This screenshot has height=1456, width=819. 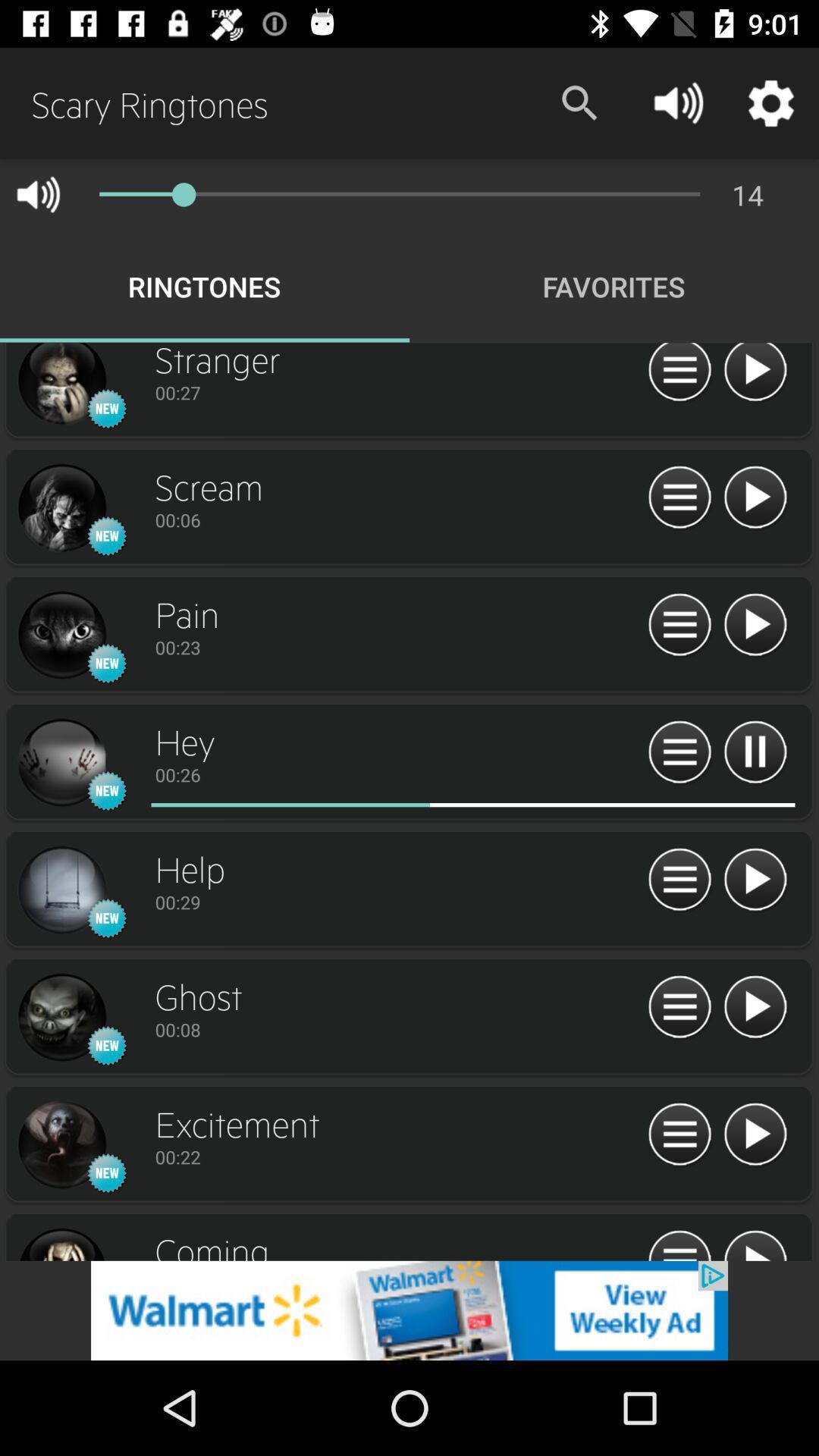 I want to click on song, so click(x=755, y=626).